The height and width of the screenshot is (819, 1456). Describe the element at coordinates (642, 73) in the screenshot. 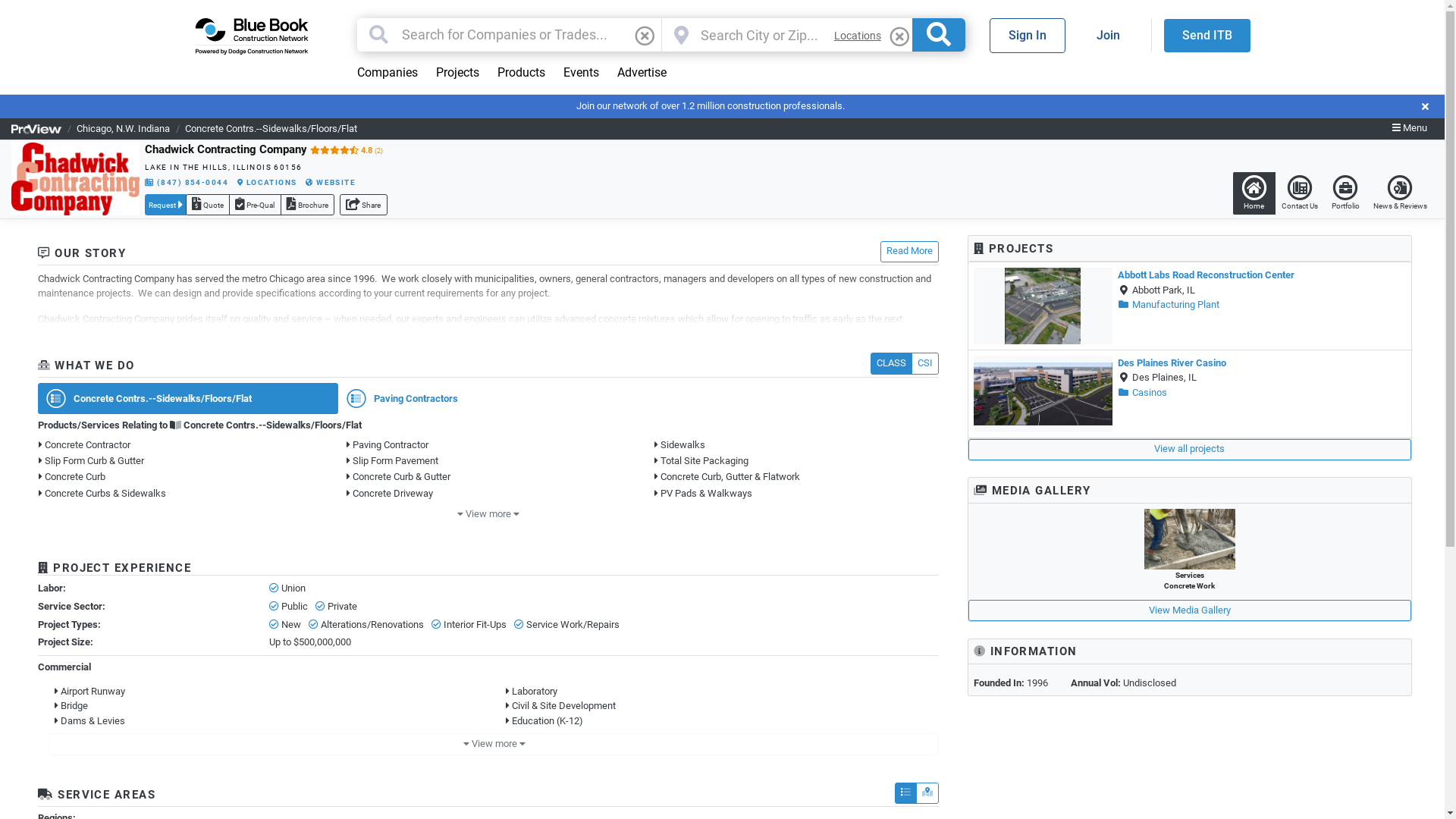

I see `'Advertise'` at that location.